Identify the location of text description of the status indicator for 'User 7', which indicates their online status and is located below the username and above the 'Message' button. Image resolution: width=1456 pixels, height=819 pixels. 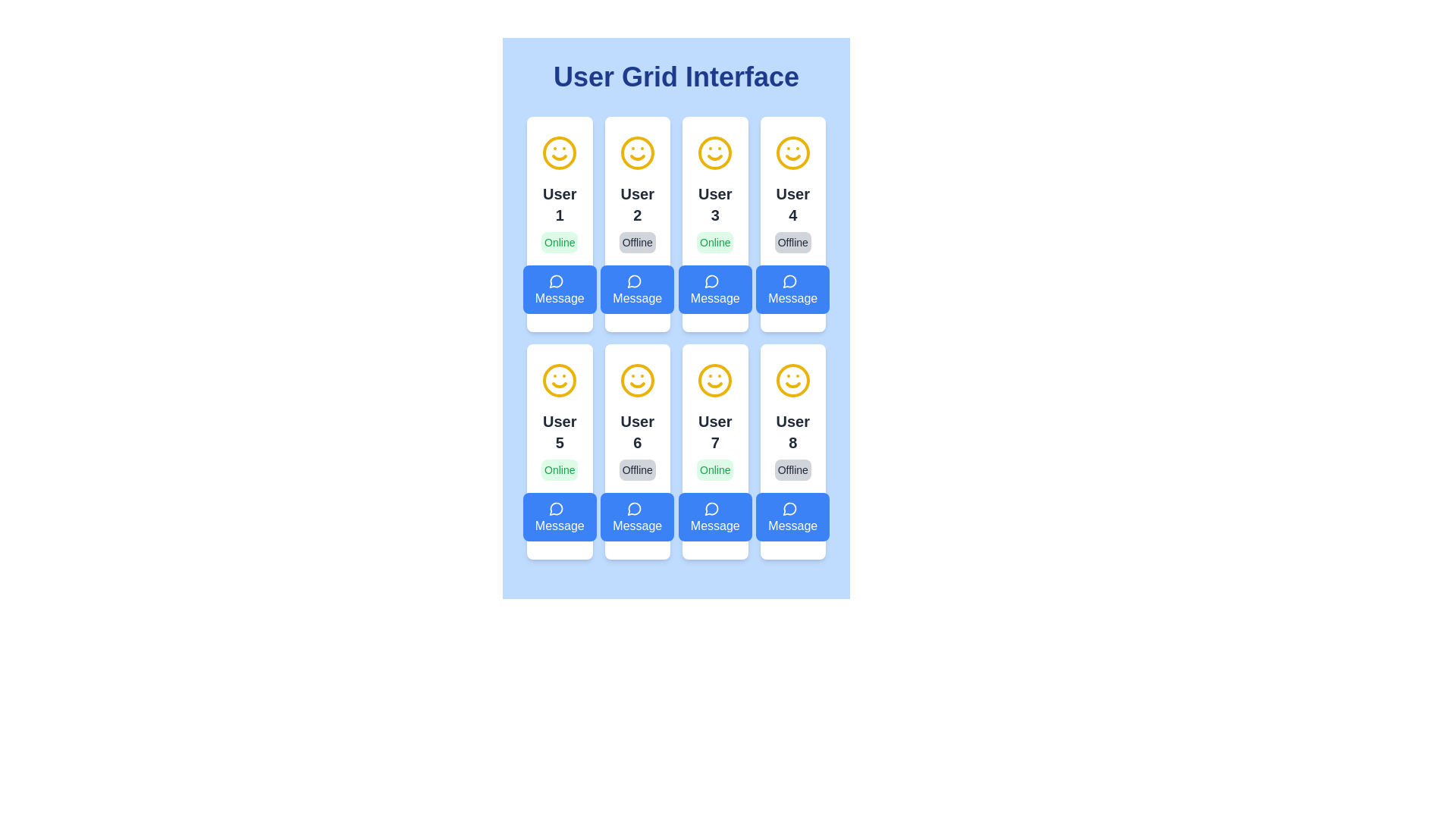
(714, 469).